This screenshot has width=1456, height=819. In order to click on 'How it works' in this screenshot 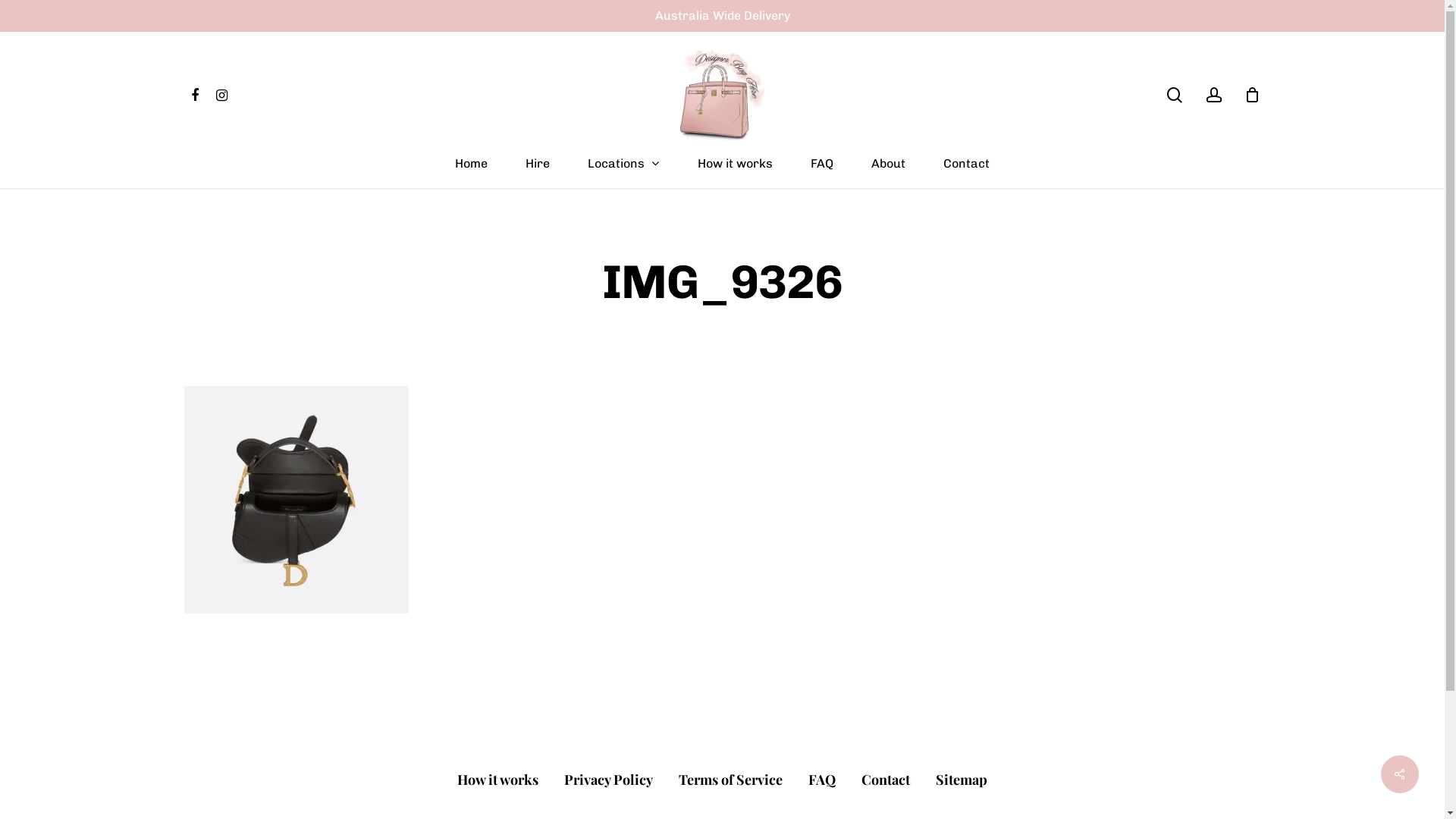, I will do `click(497, 780)`.